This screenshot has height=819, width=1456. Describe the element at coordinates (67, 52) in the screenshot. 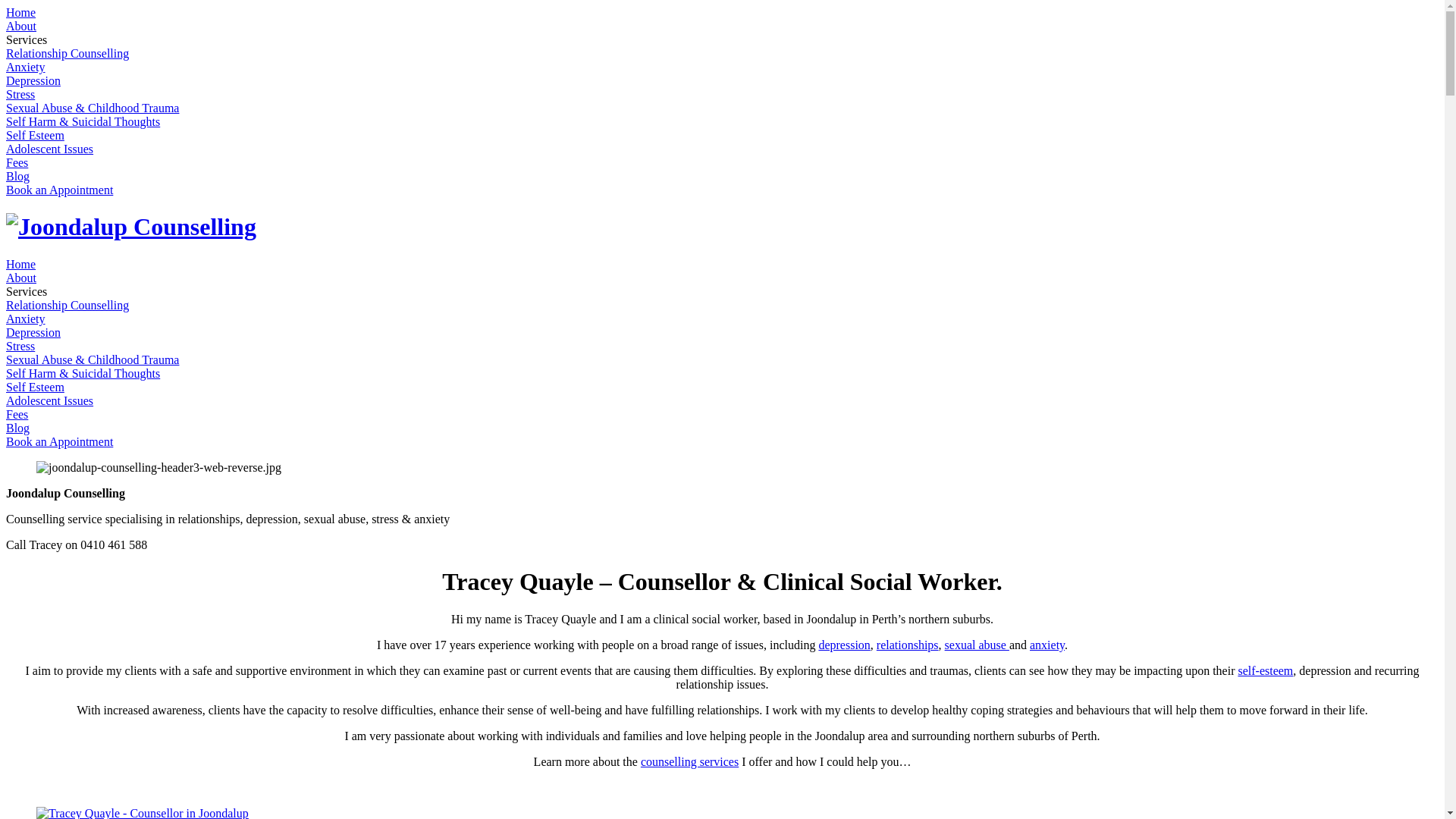

I see `'Relationship Counselling'` at that location.